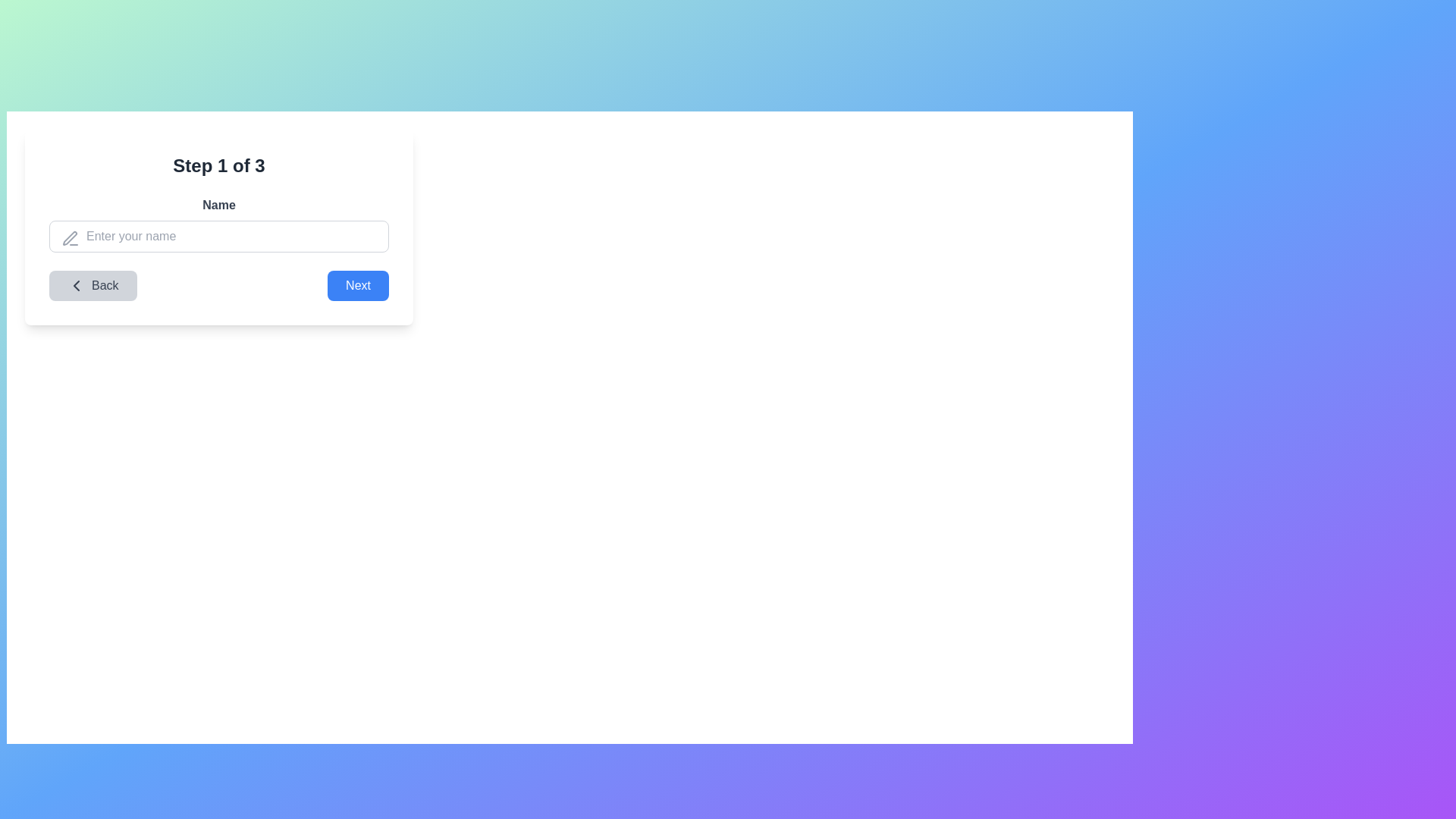 Image resolution: width=1456 pixels, height=819 pixels. I want to click on the chevron icon within the 'Back' button located at the bottom left area of the form card, so click(75, 286).